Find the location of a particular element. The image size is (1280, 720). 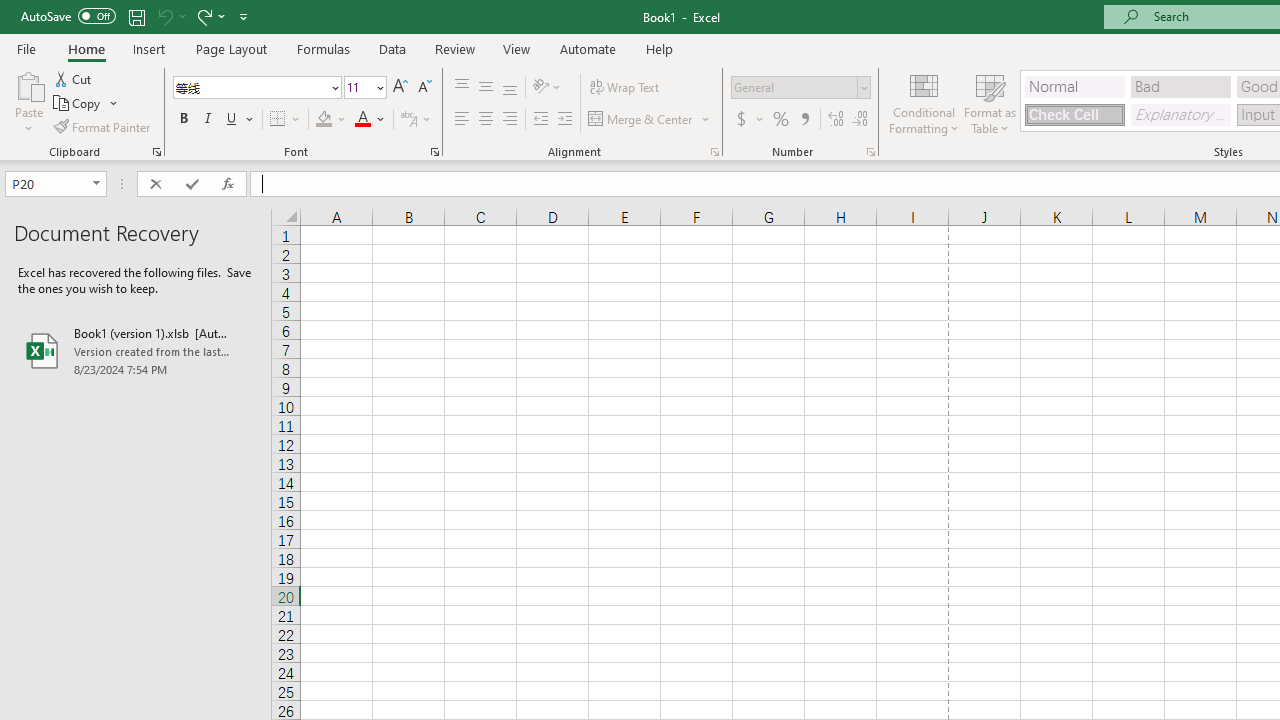

'Font' is located at coordinates (256, 86).